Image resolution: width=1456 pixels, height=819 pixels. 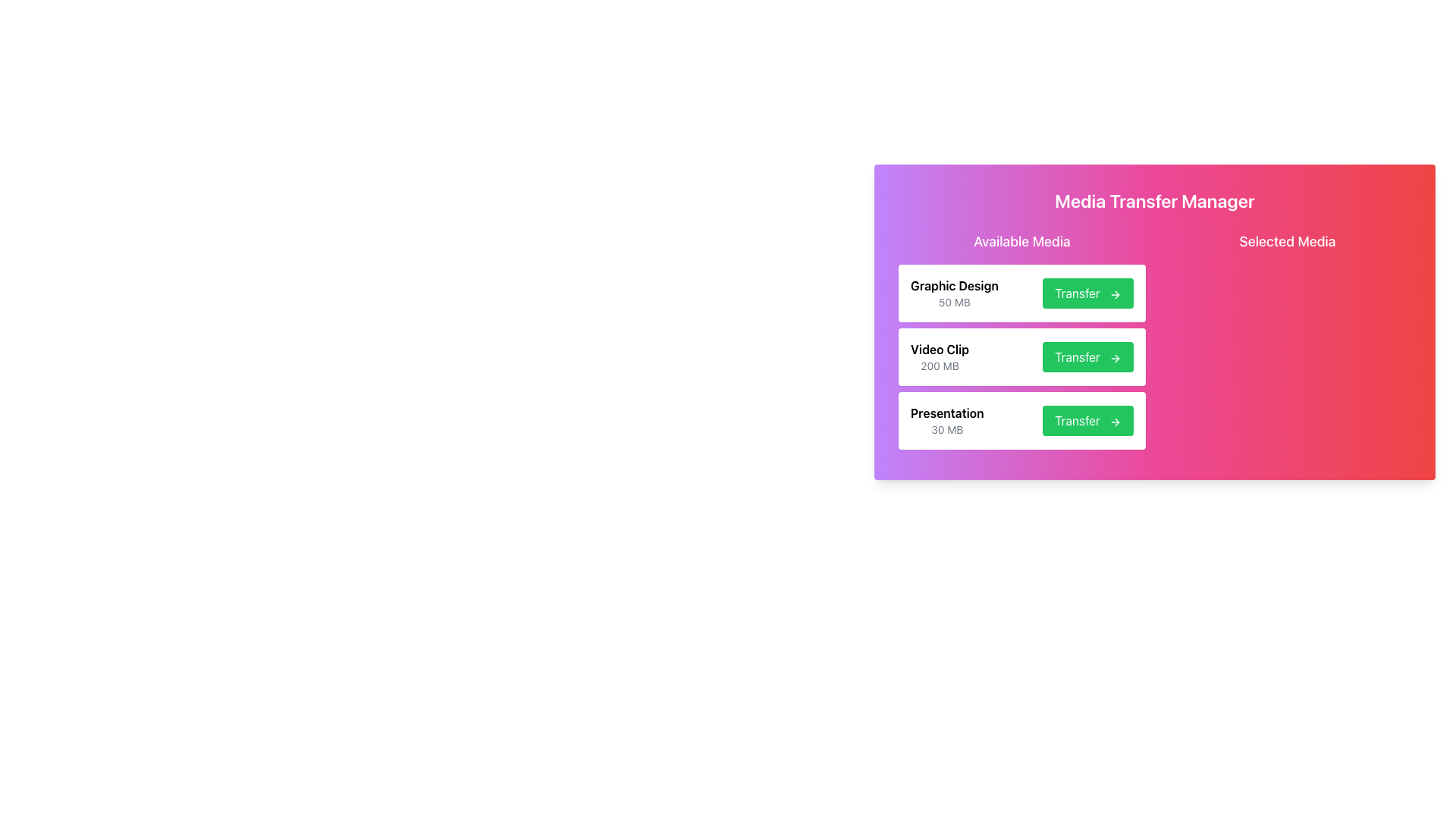 What do you see at coordinates (946, 430) in the screenshot?
I see `the size information label of the 'Presentation' media item, which is located in the third row below the text 'Presentation'` at bounding box center [946, 430].